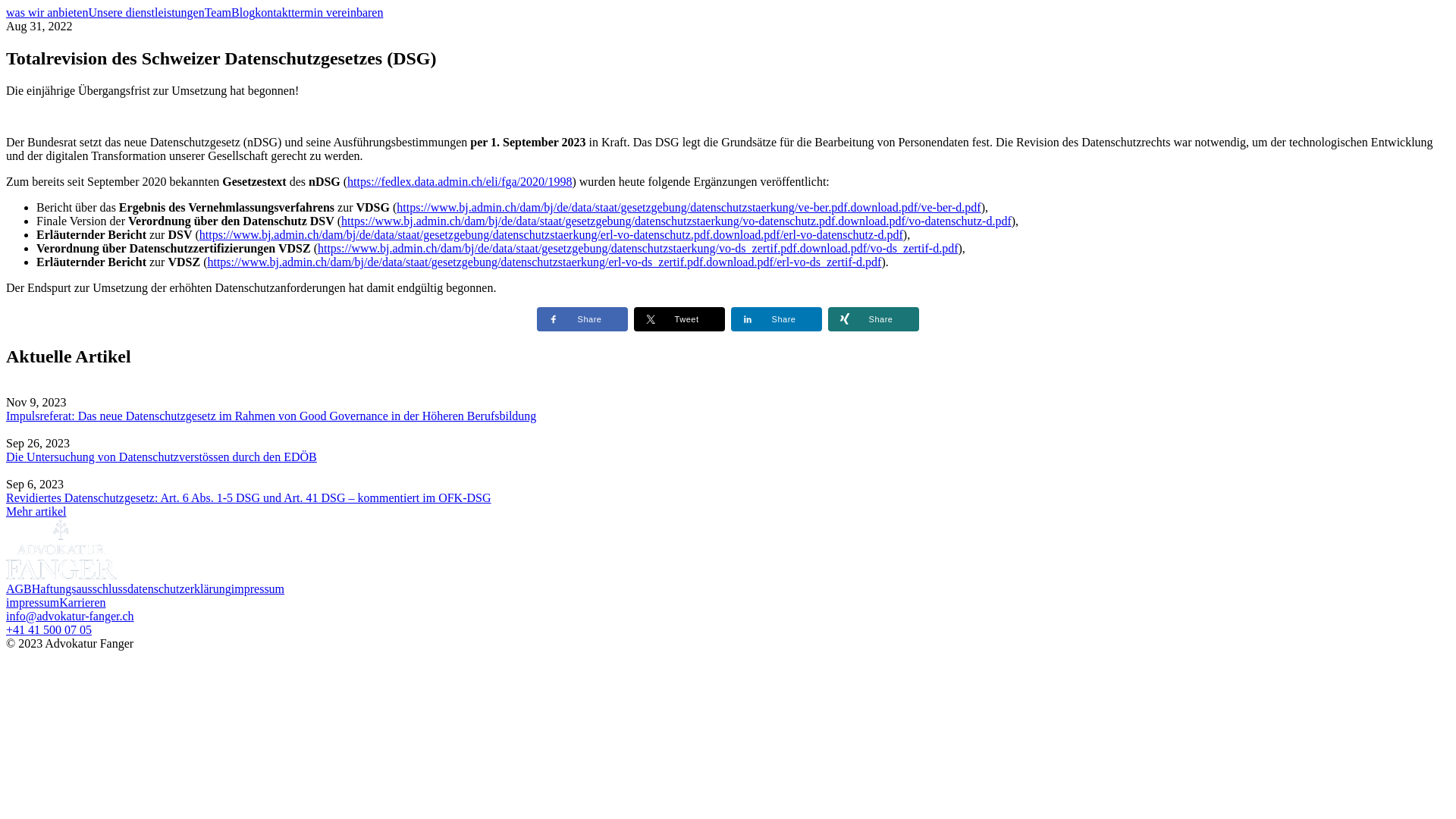 This screenshot has height=819, width=1456. I want to click on 'kontakt', so click(273, 12).